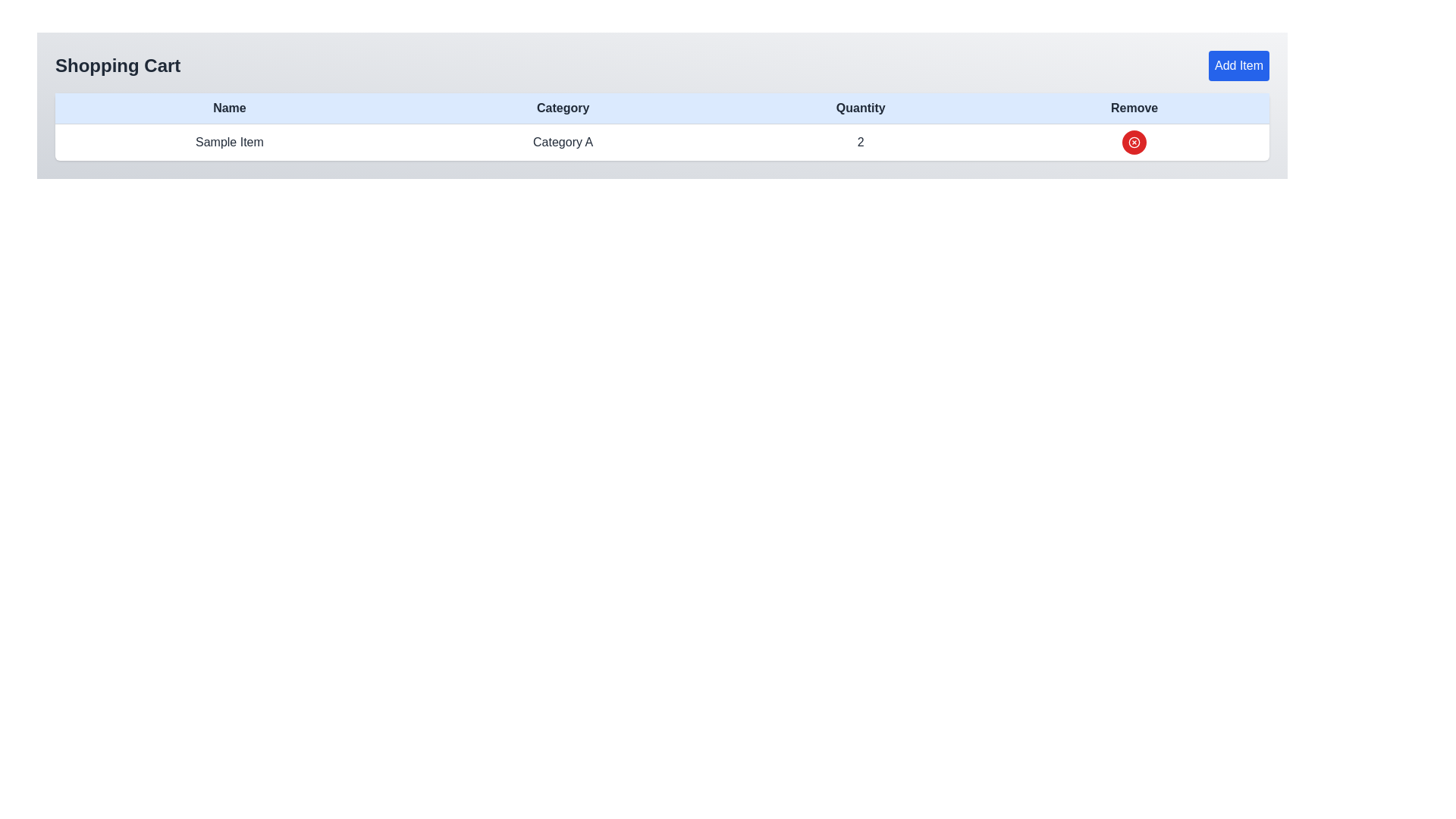 The image size is (1456, 819). What do you see at coordinates (861, 142) in the screenshot?
I see `the numeric value displayed in the 'Quantity' column of the shopping cart interface, which is the third item in its row, centered within its rectangular cell` at bounding box center [861, 142].